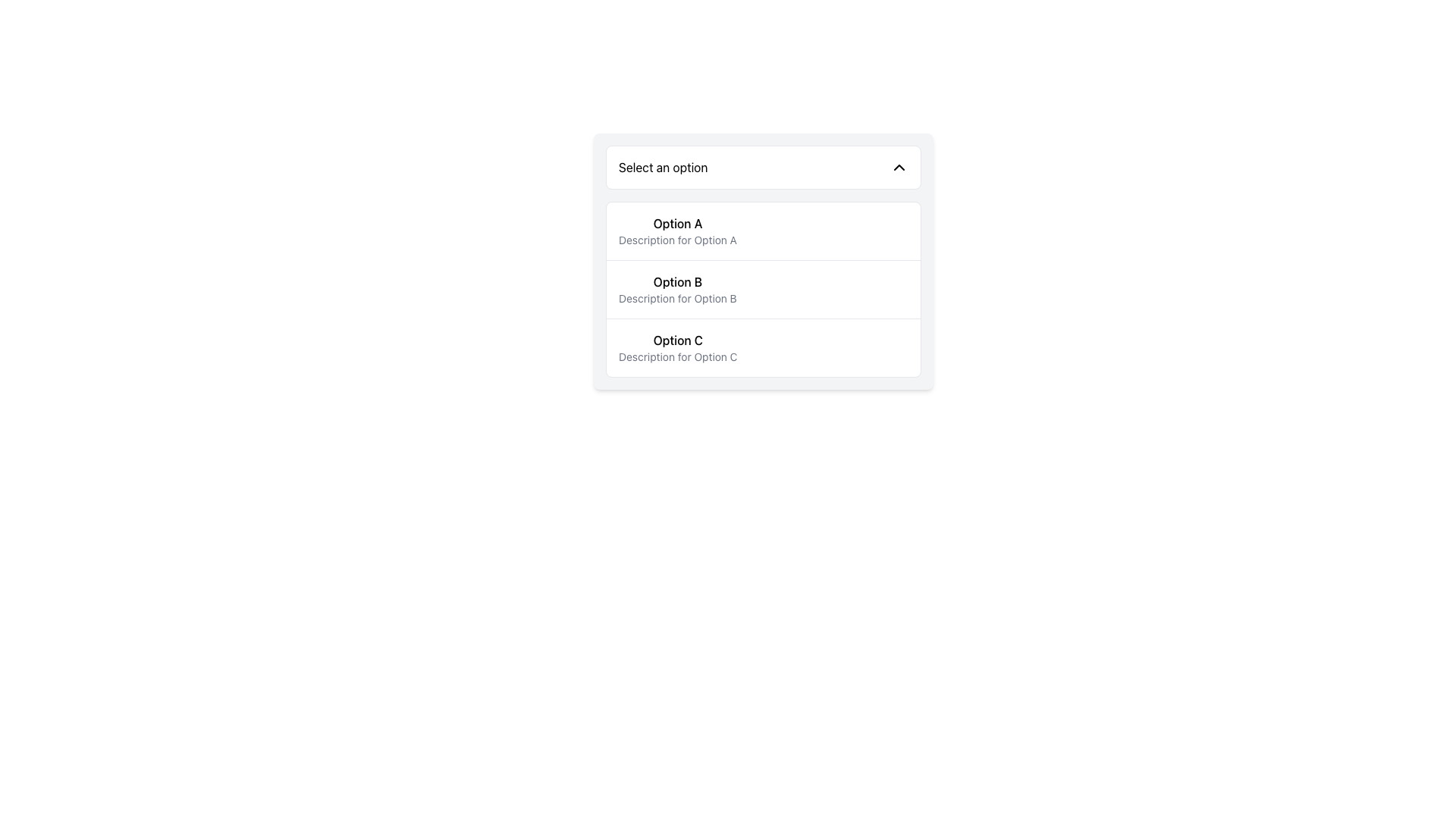 The width and height of the screenshot is (1456, 819). I want to click on text of the second option in the dropdown menu, which is titled 'Option B' and has the description 'Description for Option B', so click(676, 289).